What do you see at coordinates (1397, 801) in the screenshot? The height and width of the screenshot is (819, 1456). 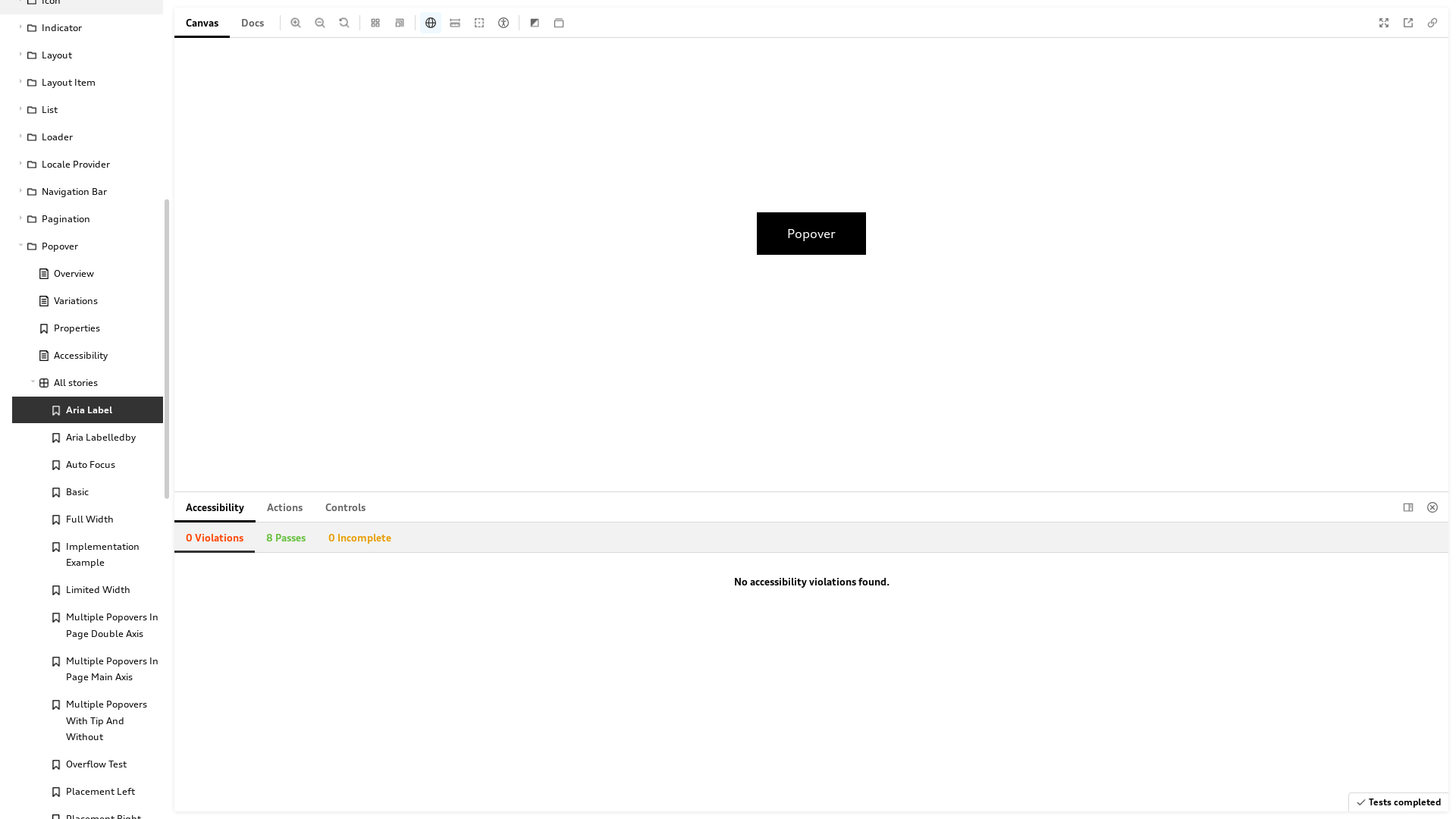 I see `'Tests completed'` at bounding box center [1397, 801].